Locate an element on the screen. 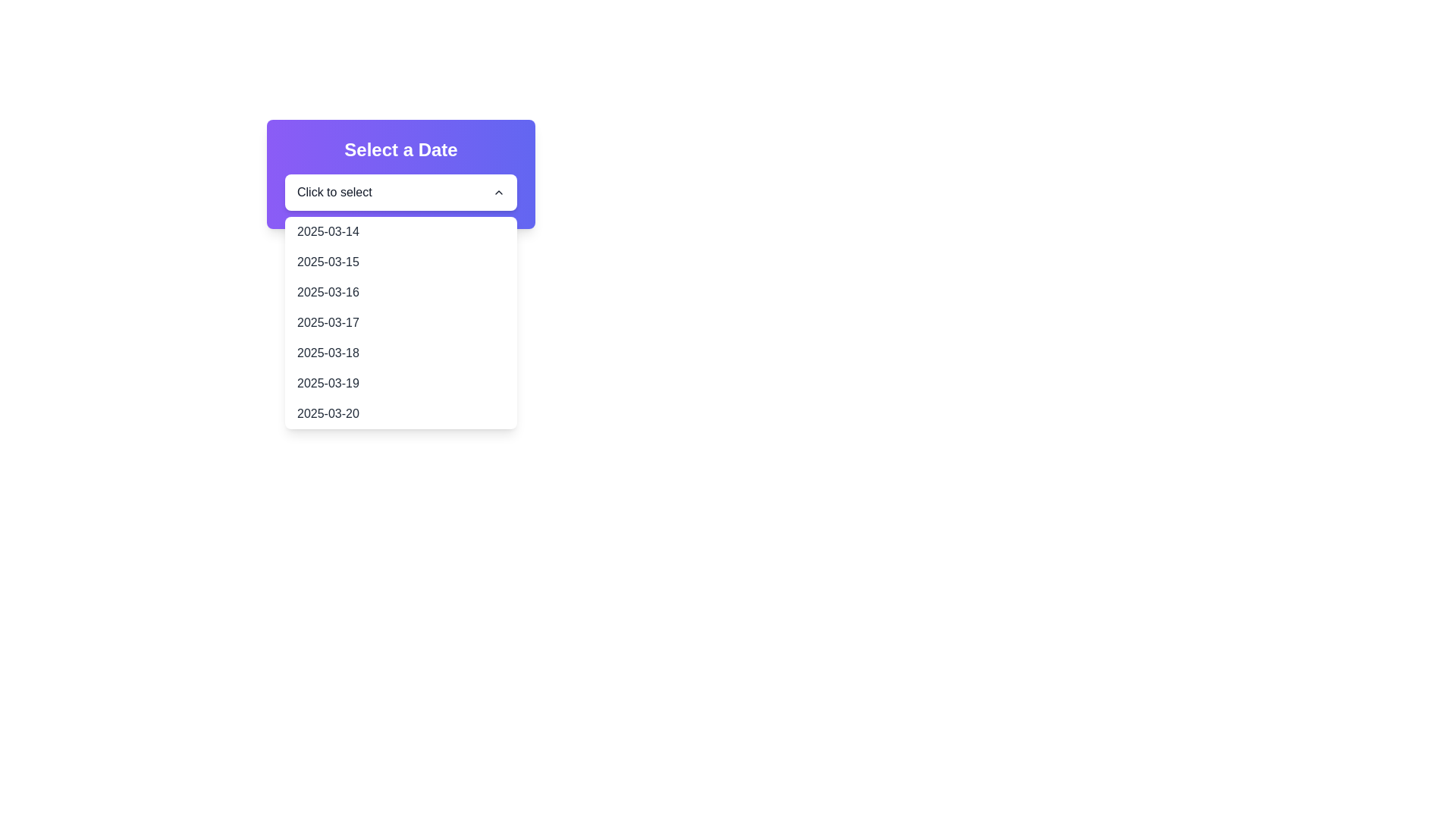 The height and width of the screenshot is (819, 1456). the dropdown list option for the date '2025-03-17' is located at coordinates (327, 322).